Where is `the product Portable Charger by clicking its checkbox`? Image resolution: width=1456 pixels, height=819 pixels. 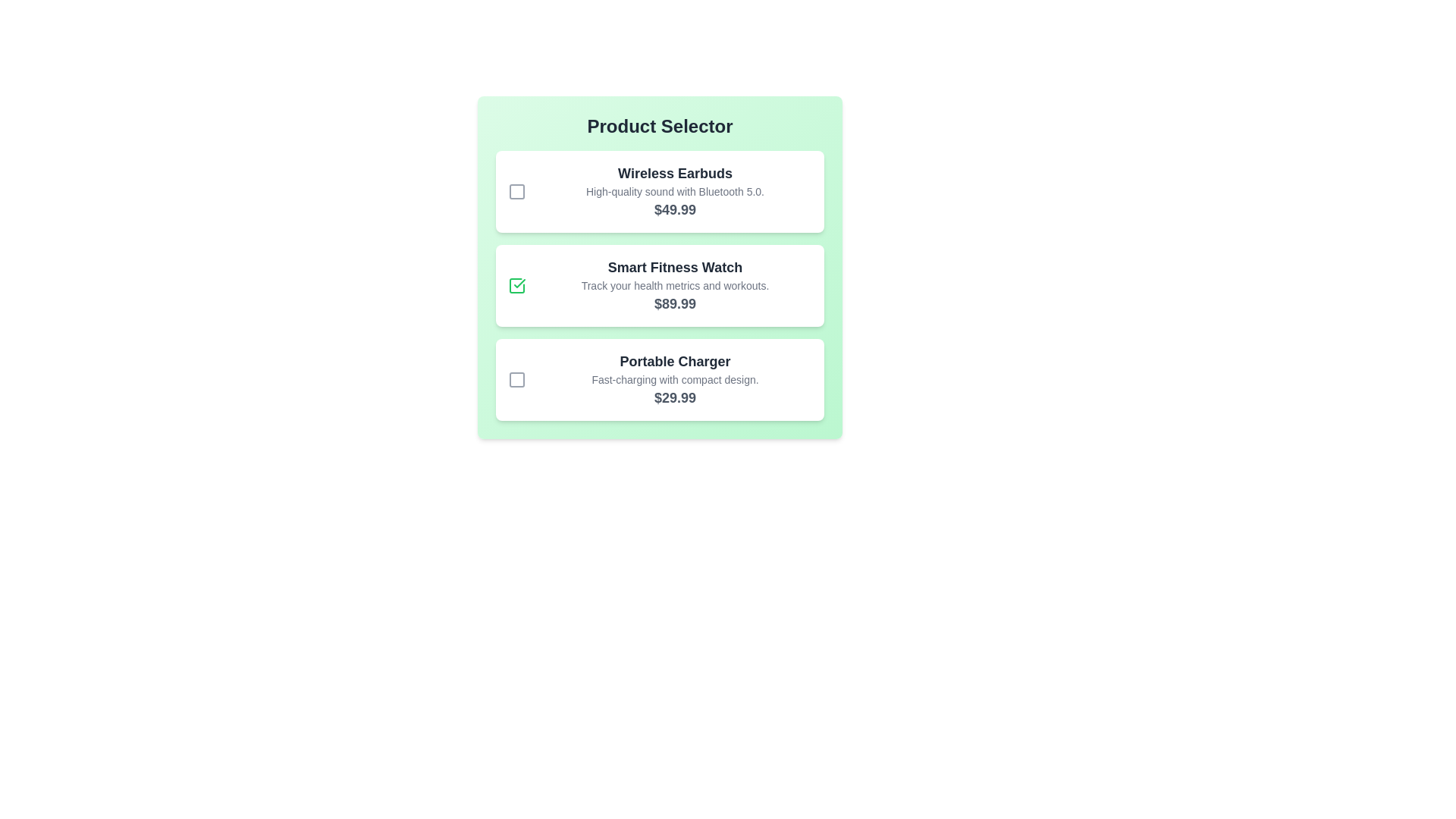 the product Portable Charger by clicking its checkbox is located at coordinates (516, 379).